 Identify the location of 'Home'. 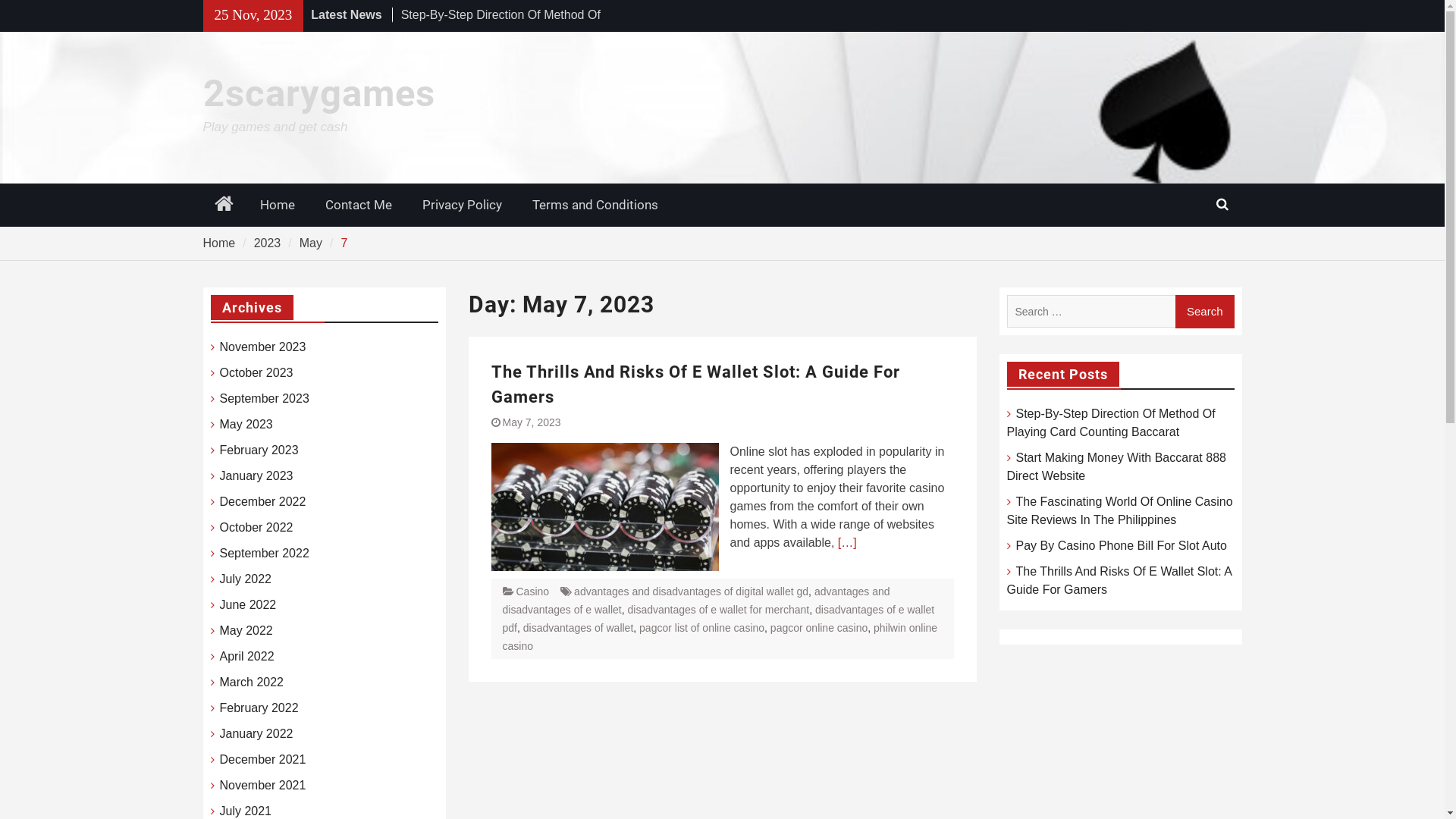
(223, 205).